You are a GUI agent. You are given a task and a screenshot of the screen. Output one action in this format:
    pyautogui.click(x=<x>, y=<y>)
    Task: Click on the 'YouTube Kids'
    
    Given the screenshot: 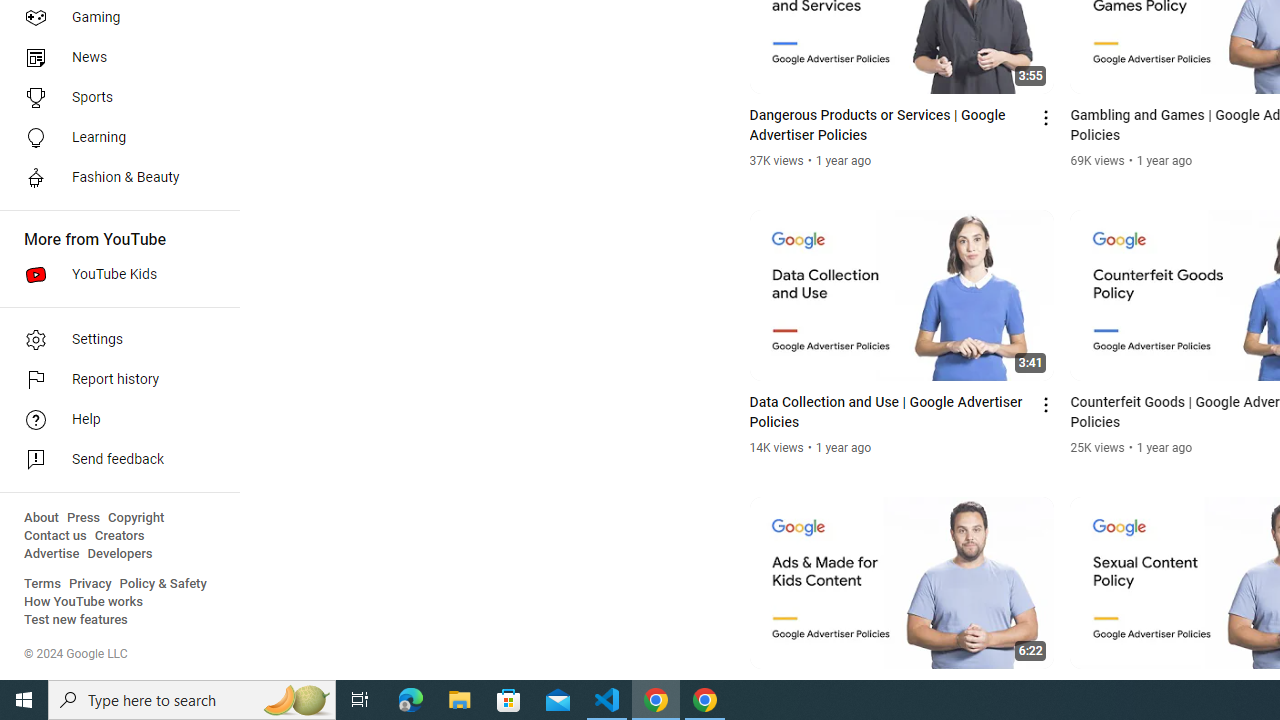 What is the action you would take?
    pyautogui.click(x=112, y=275)
    